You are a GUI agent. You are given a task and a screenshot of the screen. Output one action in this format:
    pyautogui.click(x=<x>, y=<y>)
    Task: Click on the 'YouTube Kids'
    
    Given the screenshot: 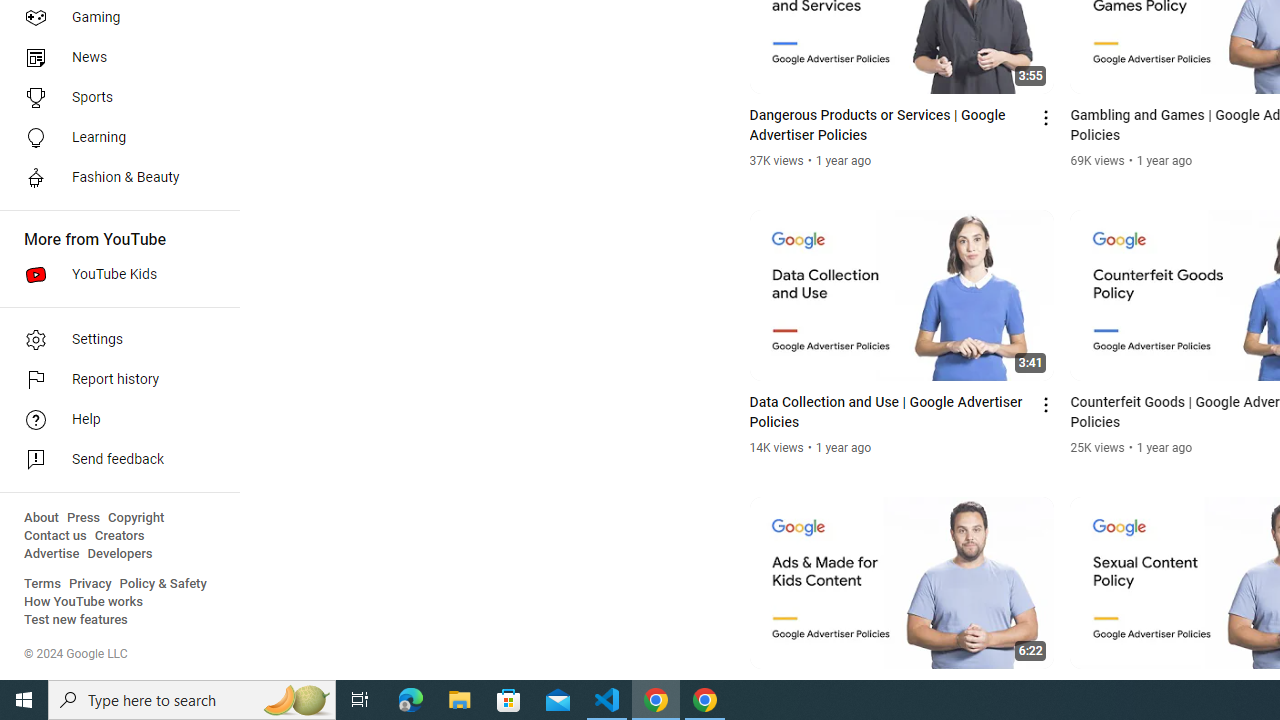 What is the action you would take?
    pyautogui.click(x=112, y=275)
    